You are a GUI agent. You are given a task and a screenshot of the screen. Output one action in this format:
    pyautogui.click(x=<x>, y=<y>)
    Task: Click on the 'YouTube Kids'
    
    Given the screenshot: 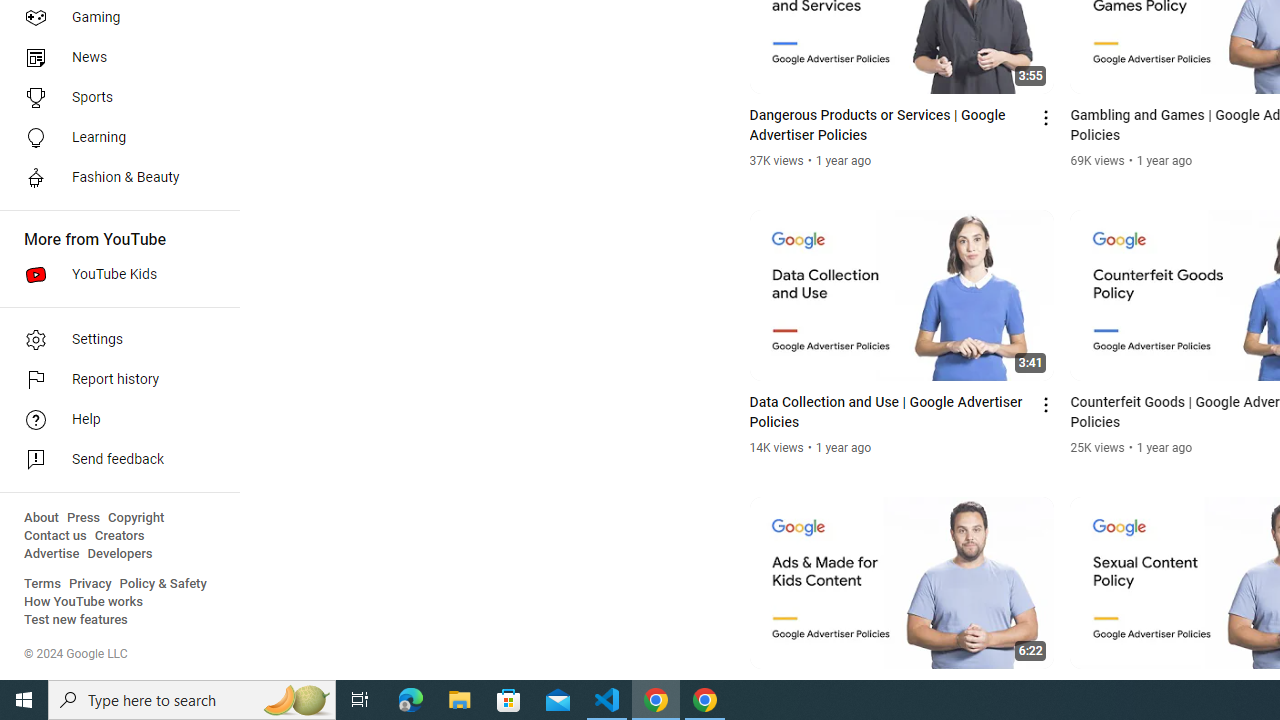 What is the action you would take?
    pyautogui.click(x=112, y=275)
    